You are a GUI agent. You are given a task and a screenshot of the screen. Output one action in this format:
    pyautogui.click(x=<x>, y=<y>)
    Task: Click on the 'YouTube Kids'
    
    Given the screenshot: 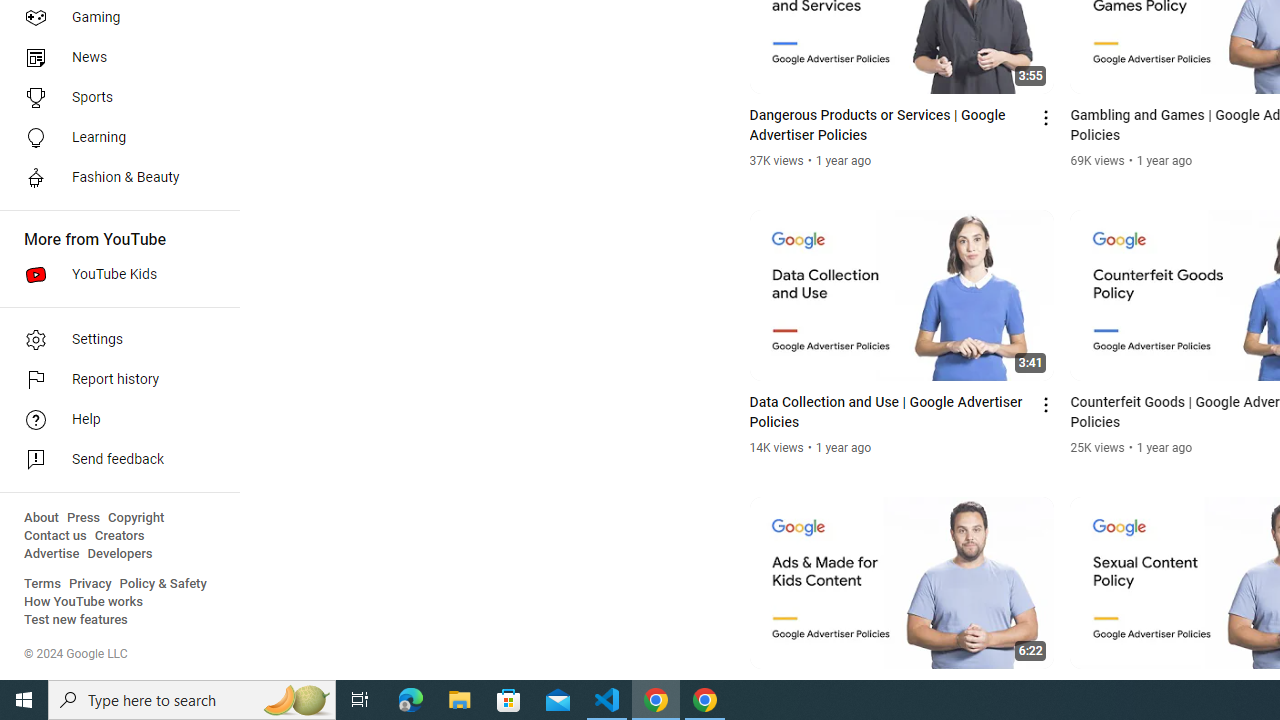 What is the action you would take?
    pyautogui.click(x=112, y=275)
    